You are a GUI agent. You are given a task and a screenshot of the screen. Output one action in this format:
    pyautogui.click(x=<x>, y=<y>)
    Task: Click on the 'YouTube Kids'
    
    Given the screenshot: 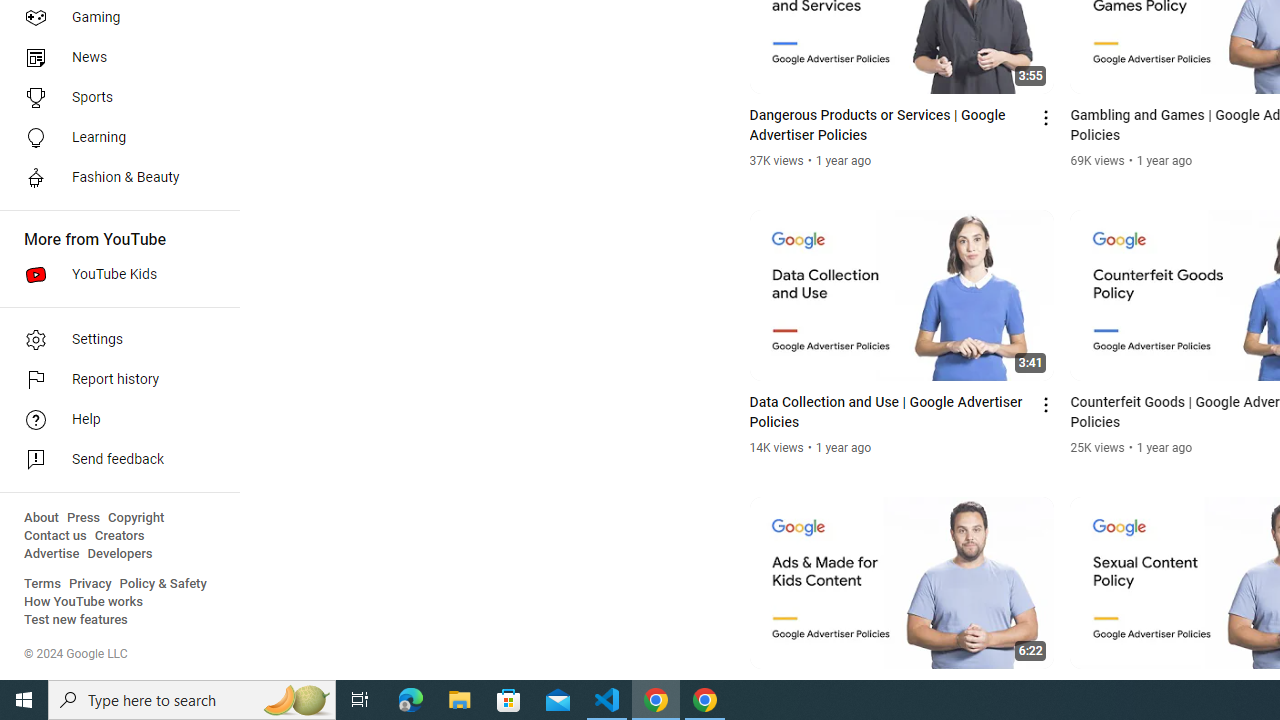 What is the action you would take?
    pyautogui.click(x=112, y=275)
    